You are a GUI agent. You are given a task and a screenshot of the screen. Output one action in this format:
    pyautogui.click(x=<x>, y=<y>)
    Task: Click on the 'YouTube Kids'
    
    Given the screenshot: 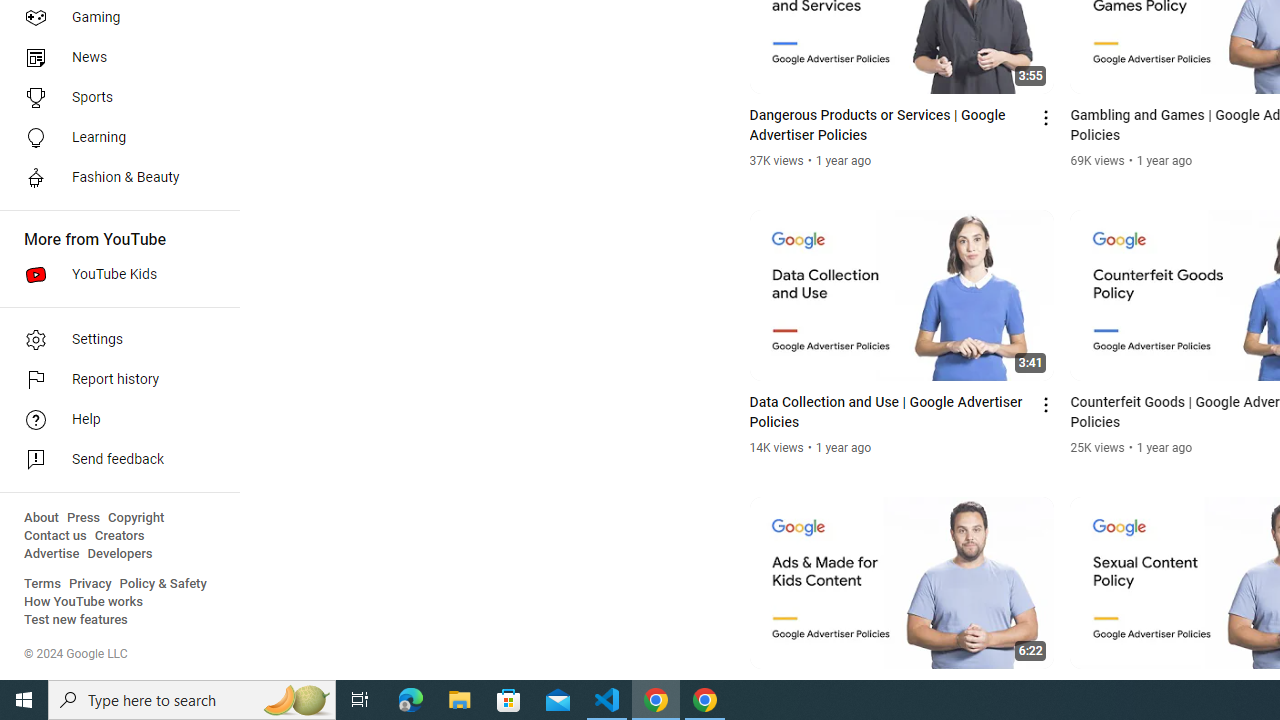 What is the action you would take?
    pyautogui.click(x=112, y=275)
    